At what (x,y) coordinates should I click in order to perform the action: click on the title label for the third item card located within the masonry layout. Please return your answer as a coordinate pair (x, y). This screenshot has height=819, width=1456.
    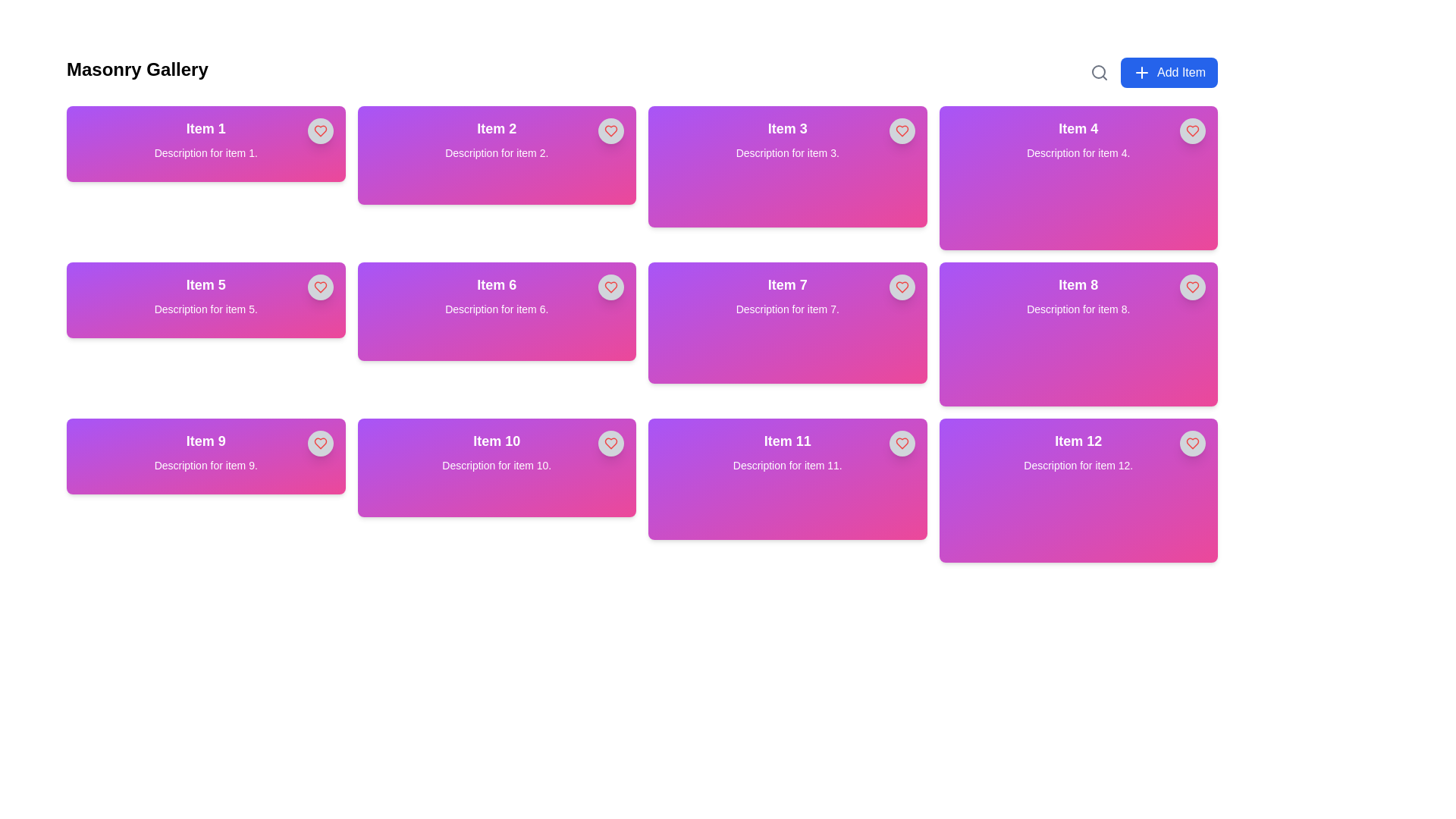
    Looking at the image, I should click on (787, 127).